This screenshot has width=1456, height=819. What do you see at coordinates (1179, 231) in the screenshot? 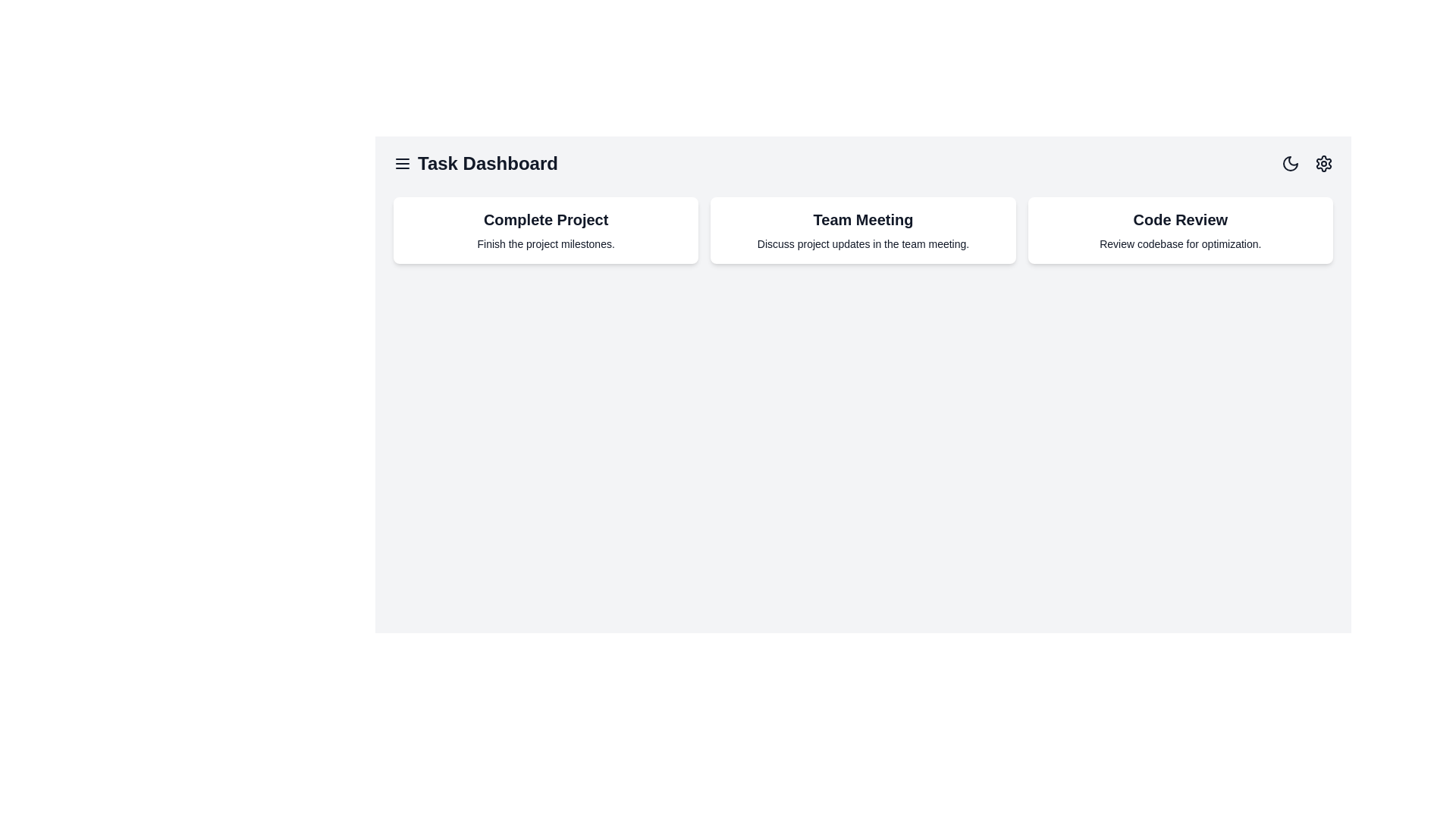
I see `the informational card displaying details about the 'Code Review' task, located in the third column of the grid layout` at bounding box center [1179, 231].